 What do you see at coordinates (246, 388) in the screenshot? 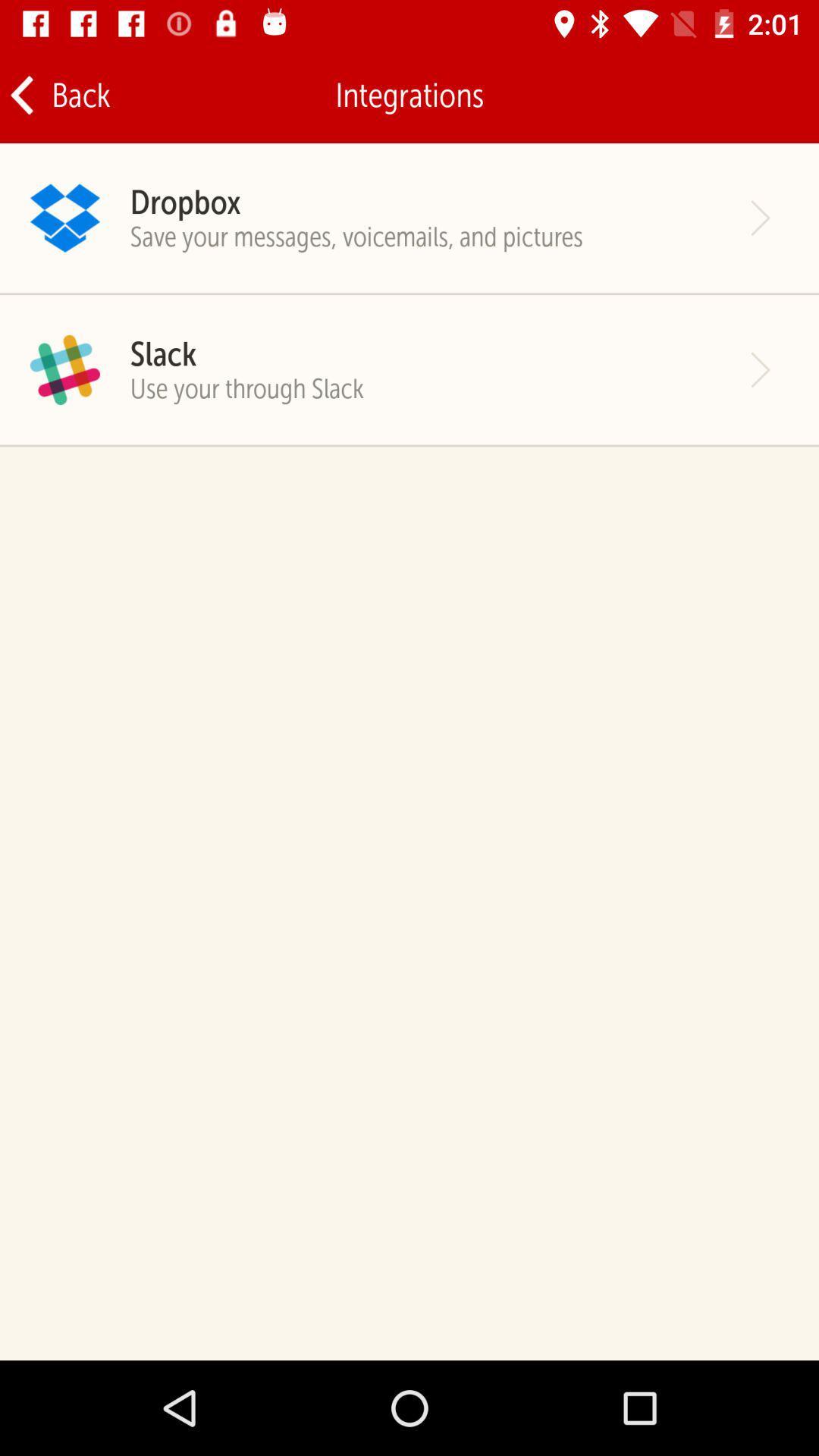
I see `use your through item` at bounding box center [246, 388].